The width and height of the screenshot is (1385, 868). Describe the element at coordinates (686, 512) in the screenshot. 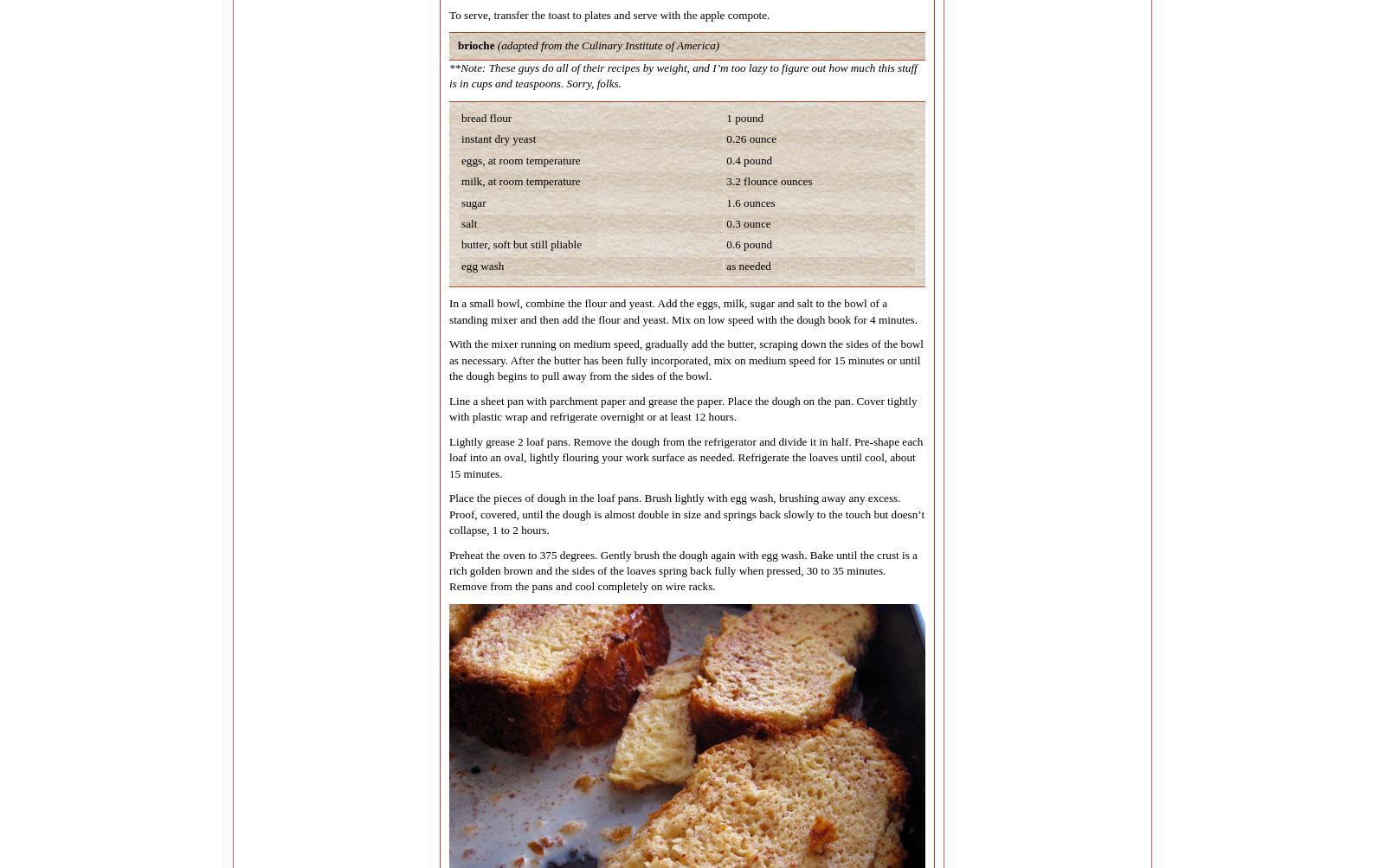

I see `'Place the pieces of dough in the loaf pans.  Brush lightly with egg wash, brushing away any excess.  Proof, covered, until the dough is almost double in size and springs back slowly to the touch but doesn’t collapse, 1 to 2 hours.'` at that location.